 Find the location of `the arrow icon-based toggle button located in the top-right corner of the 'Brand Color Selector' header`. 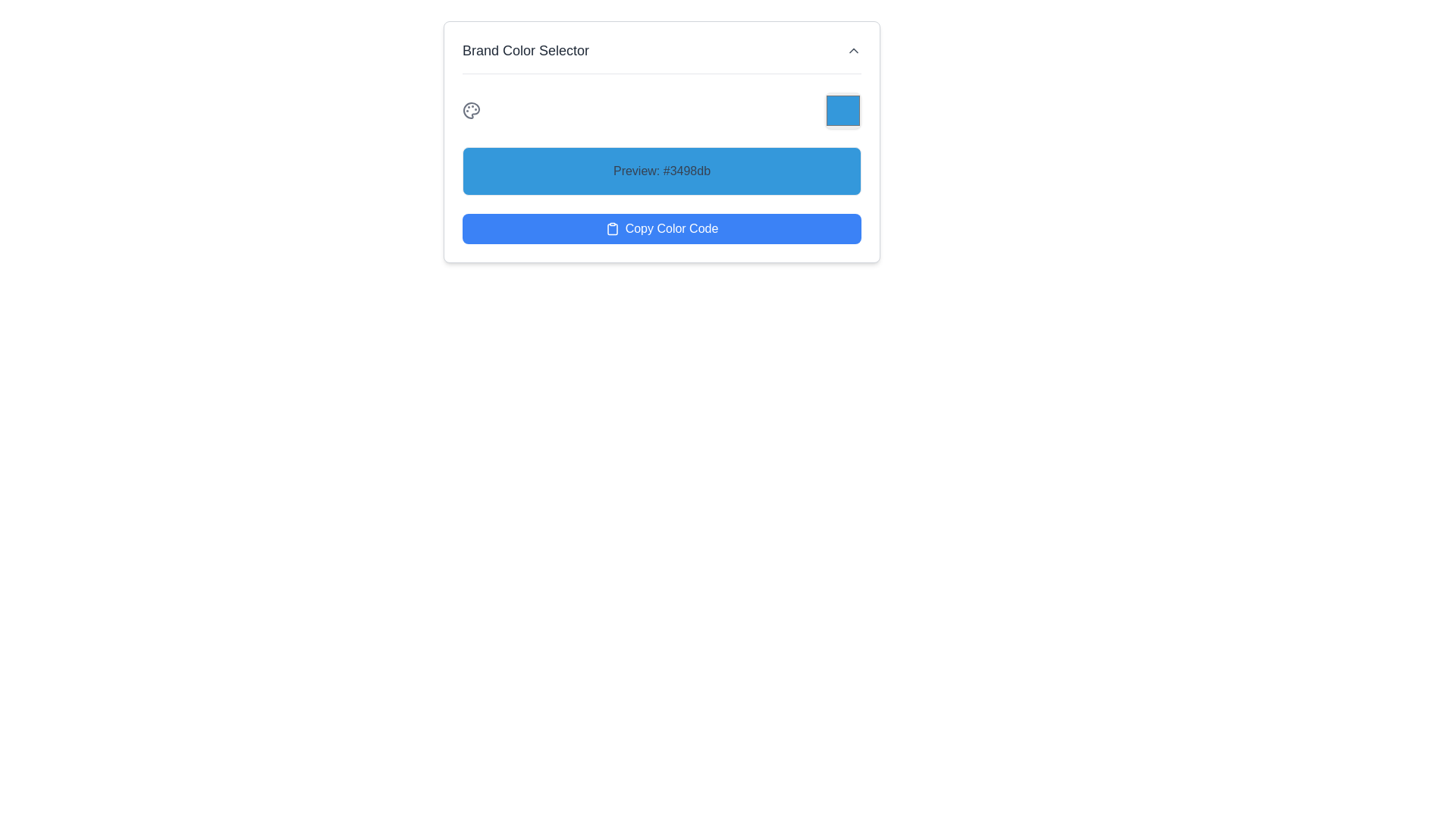

the arrow icon-based toggle button located in the top-right corner of the 'Brand Color Selector' header is located at coordinates (854, 49).